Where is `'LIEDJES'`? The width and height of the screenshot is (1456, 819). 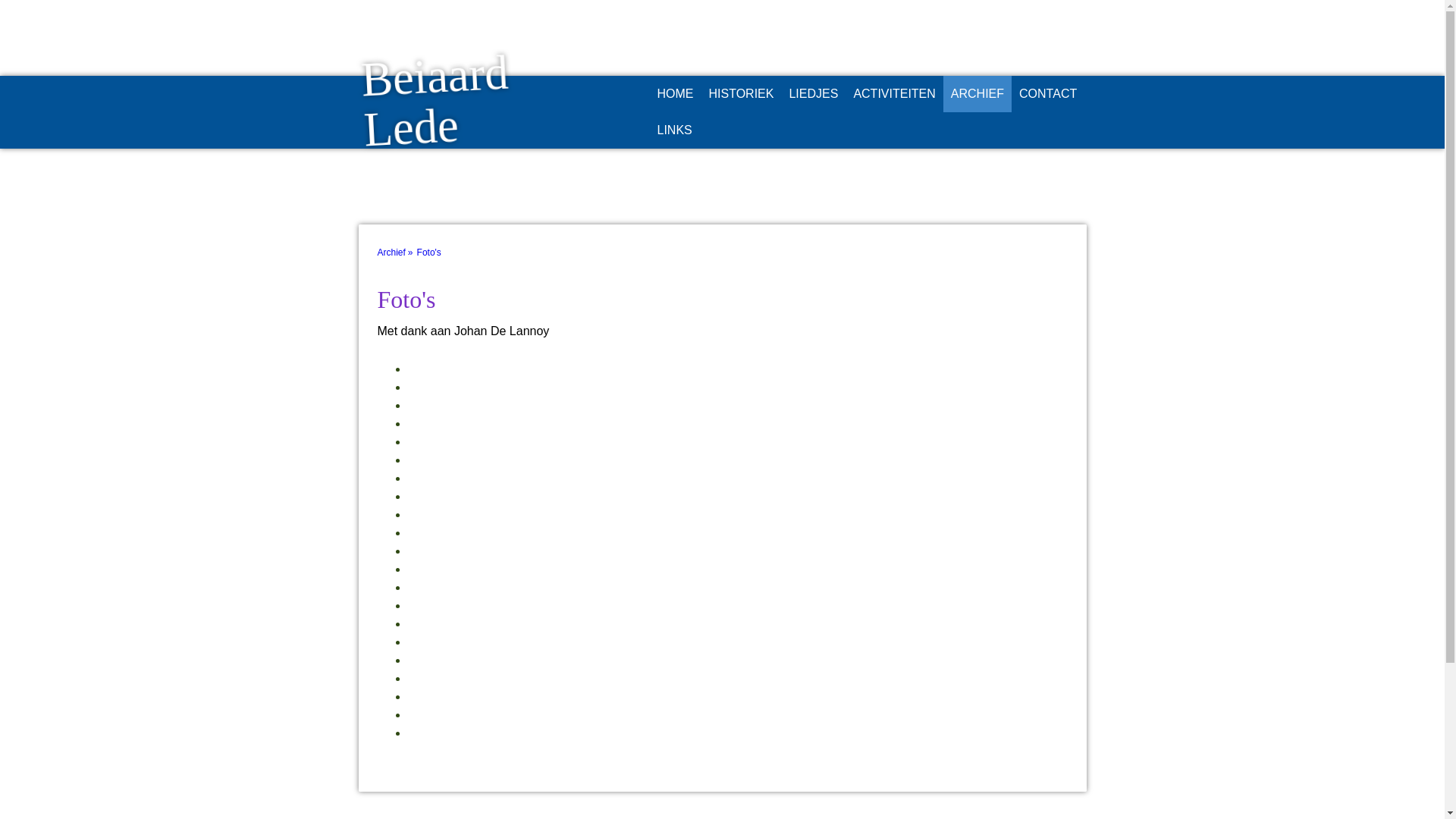 'LIEDJES' is located at coordinates (812, 93).